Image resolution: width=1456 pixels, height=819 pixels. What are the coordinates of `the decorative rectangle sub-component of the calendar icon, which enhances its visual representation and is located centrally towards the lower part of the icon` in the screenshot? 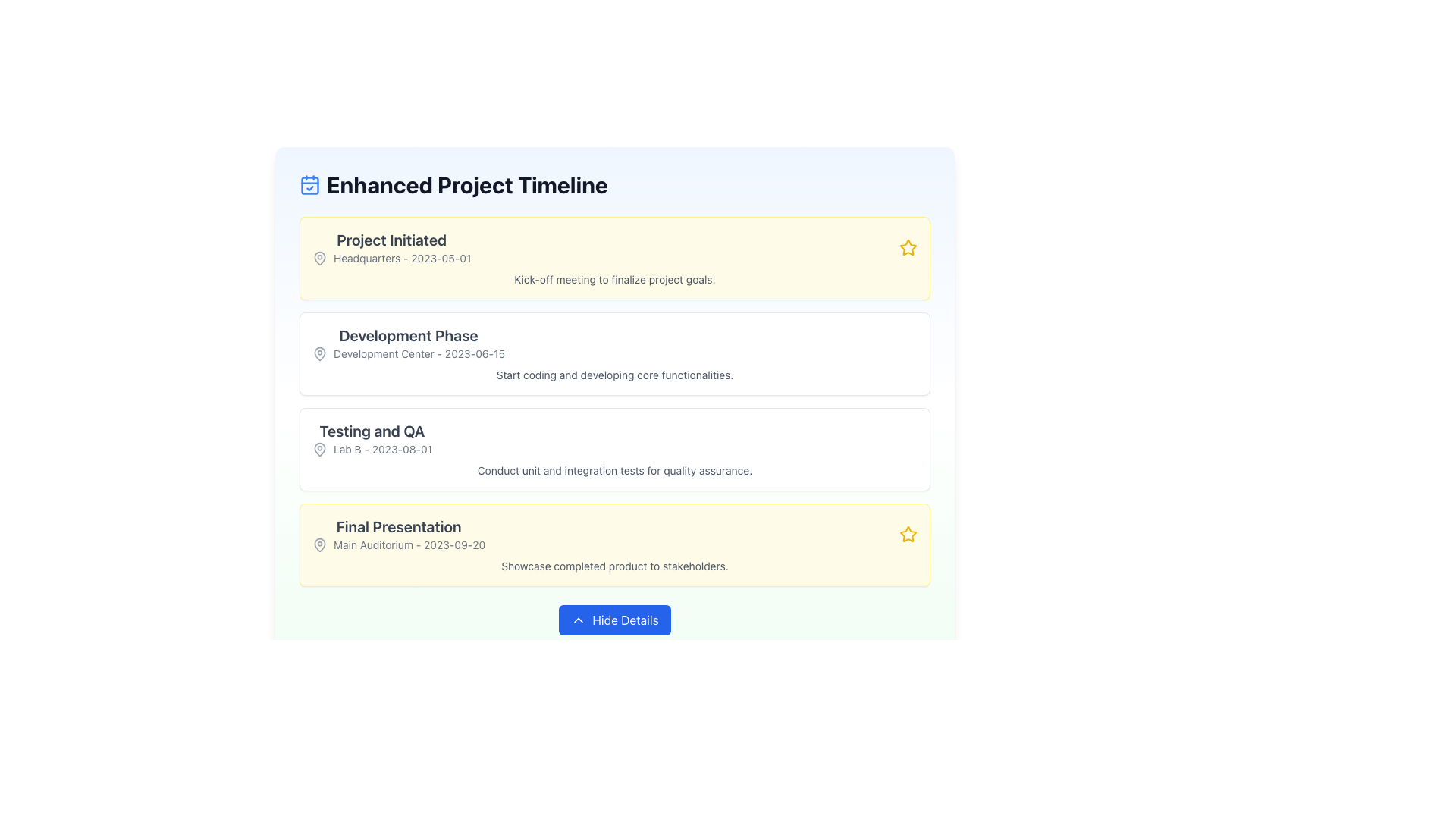 It's located at (309, 185).